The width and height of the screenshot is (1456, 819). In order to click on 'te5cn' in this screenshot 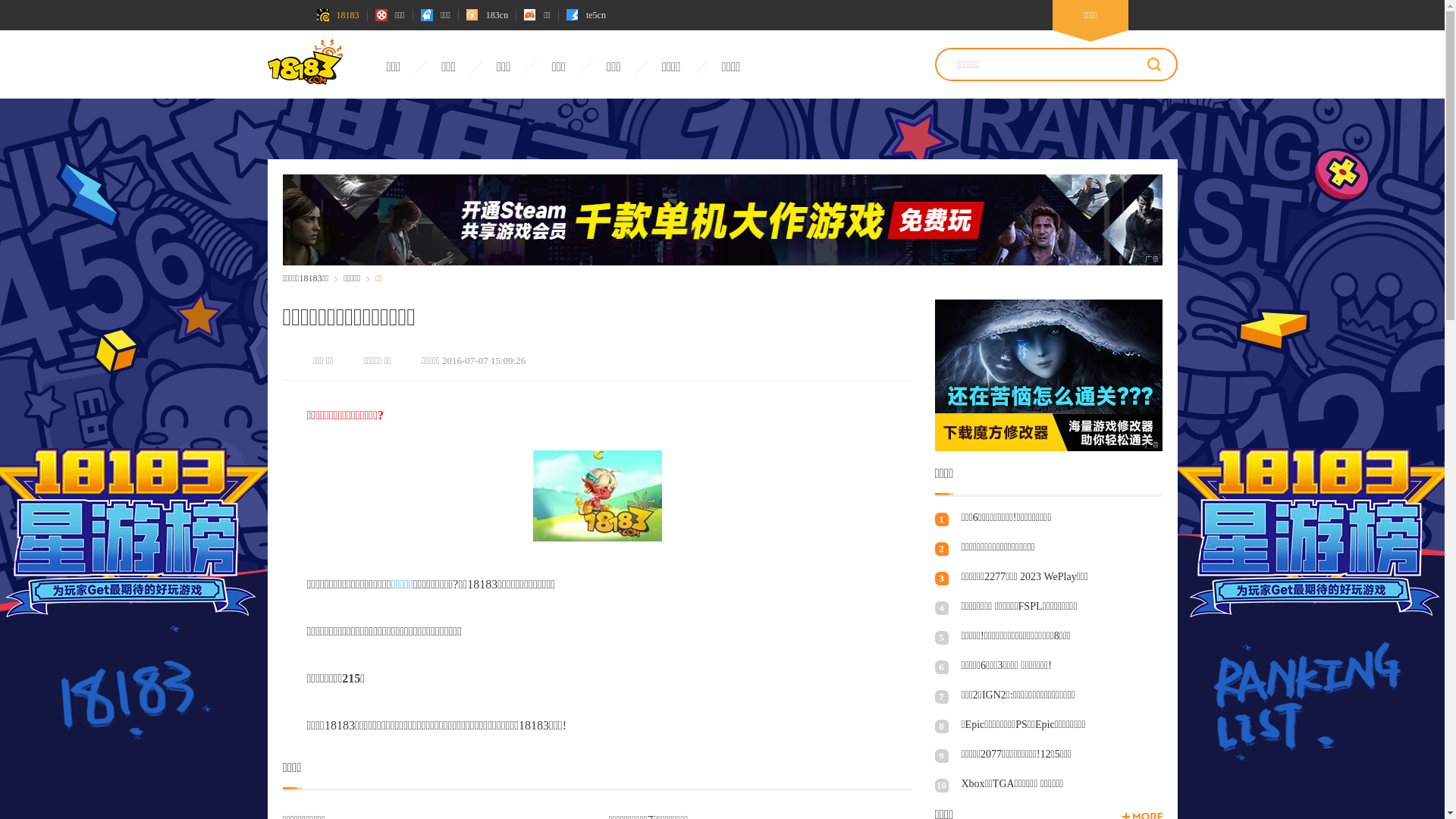, I will do `click(585, 14)`.